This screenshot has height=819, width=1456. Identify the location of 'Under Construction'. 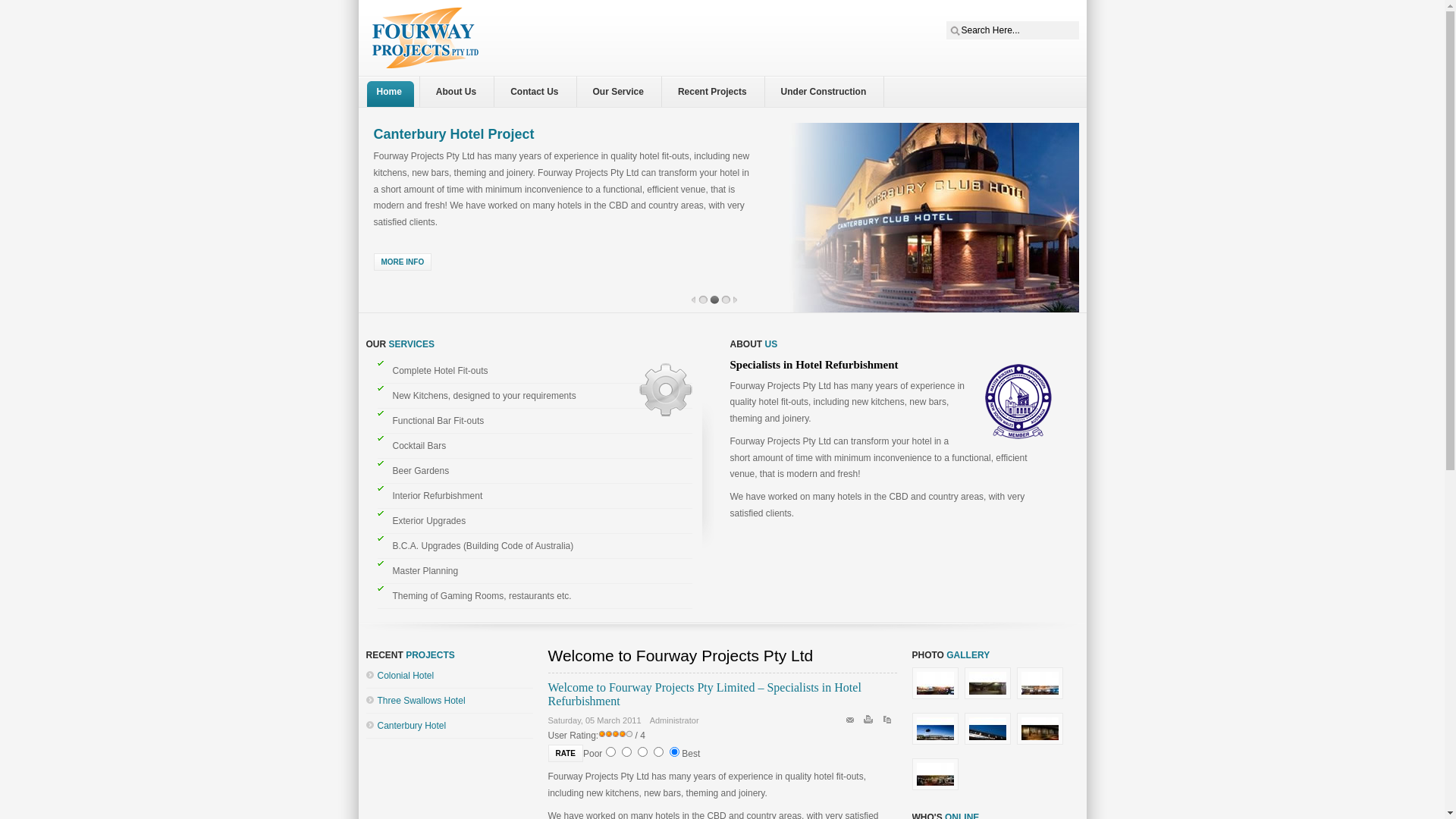
(827, 91).